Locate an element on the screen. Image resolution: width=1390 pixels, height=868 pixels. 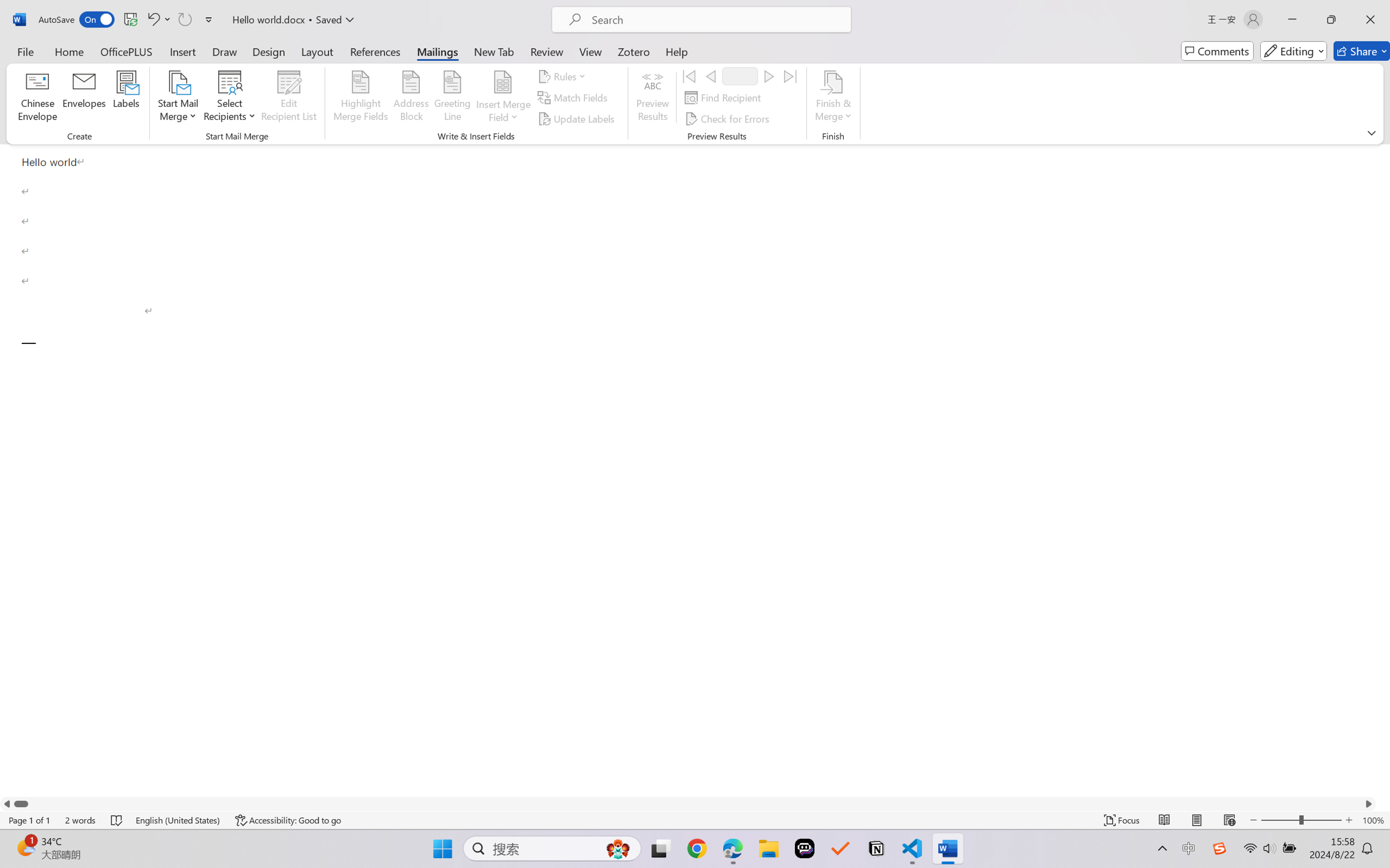
'Find Recipient...' is located at coordinates (723, 98).